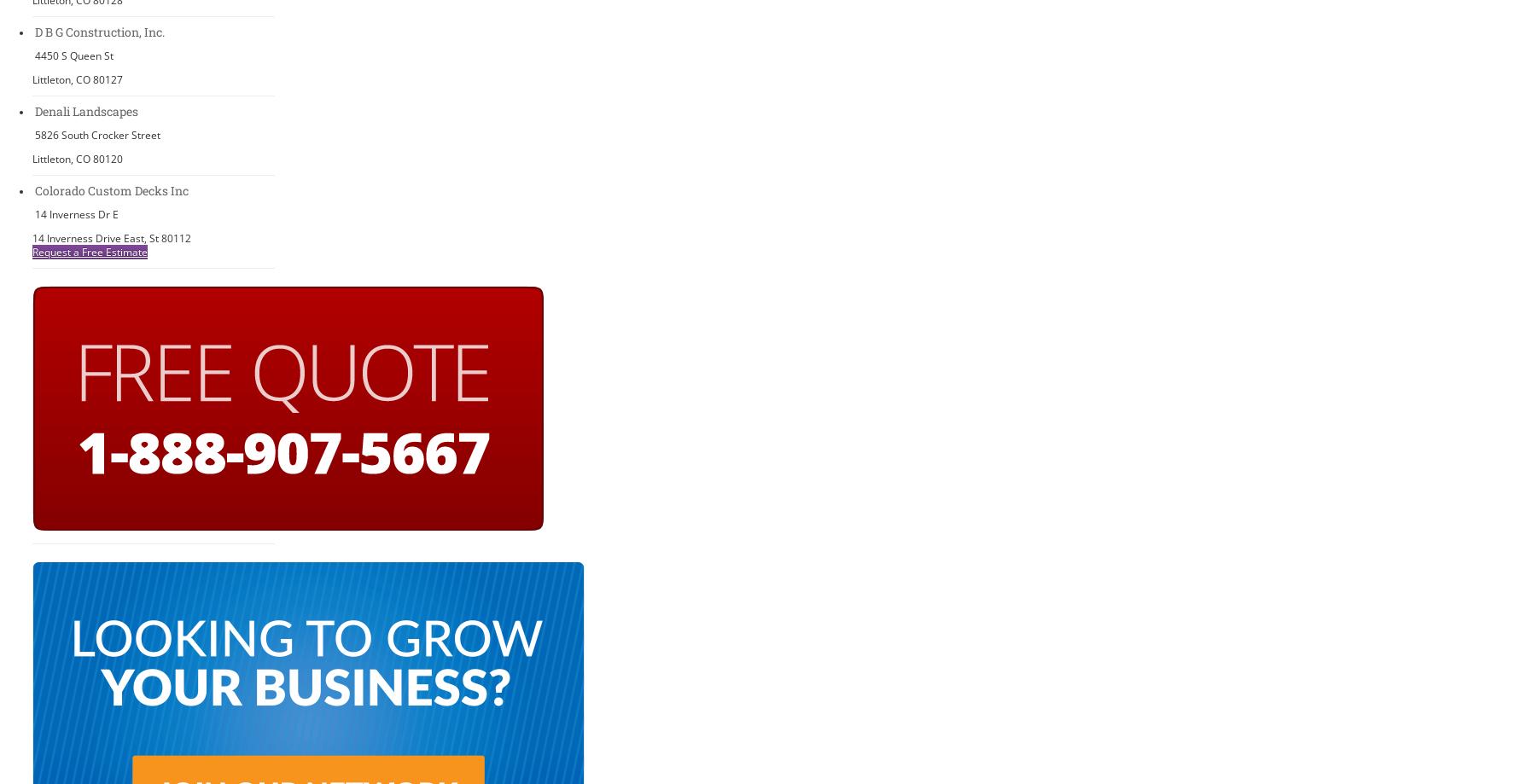 The height and width of the screenshot is (784, 1520). What do you see at coordinates (34, 189) in the screenshot?
I see `'Colorado Custom Decks Inc'` at bounding box center [34, 189].